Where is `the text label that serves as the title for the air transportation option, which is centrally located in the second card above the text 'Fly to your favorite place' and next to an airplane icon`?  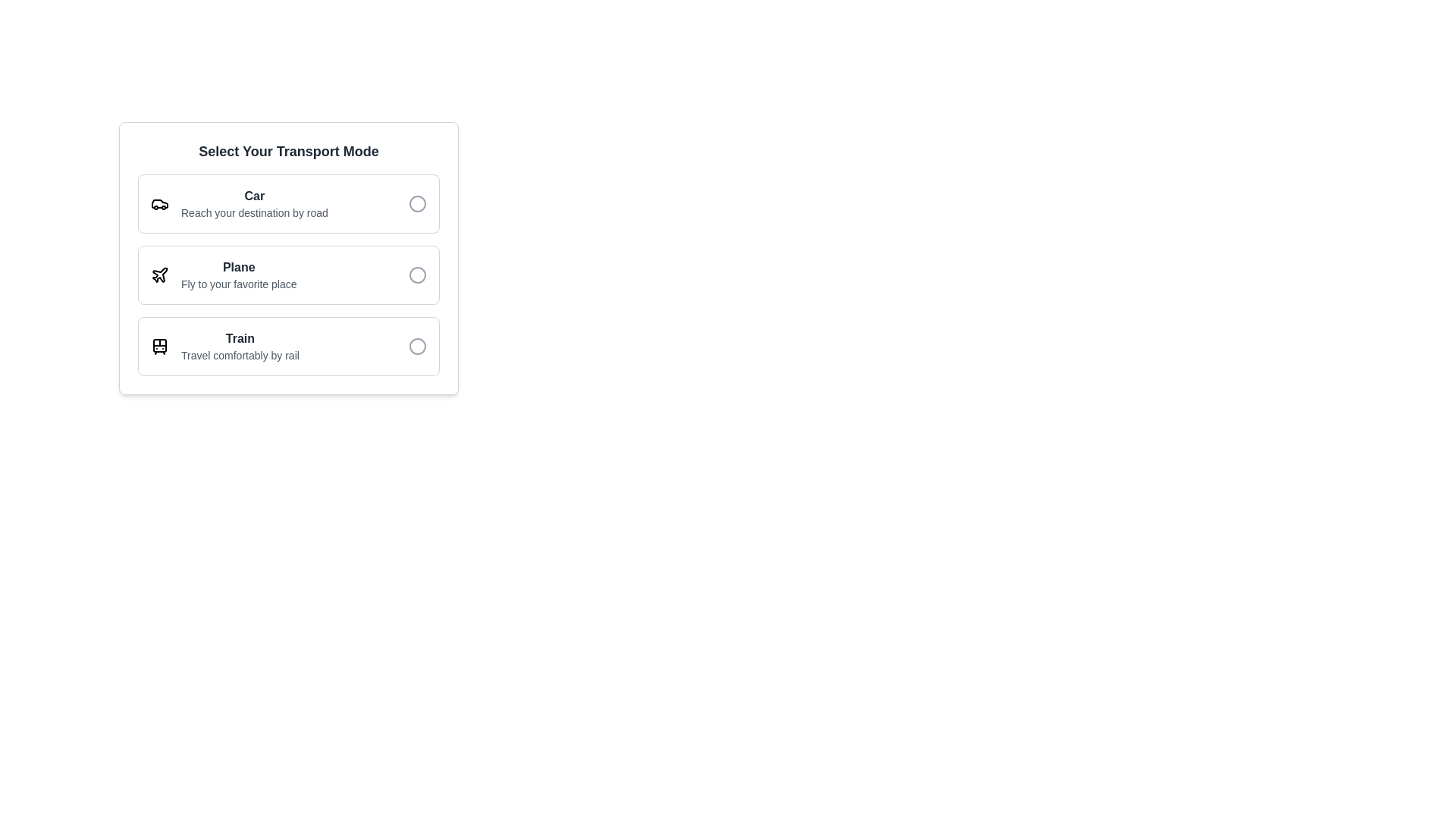
the text label that serves as the title for the air transportation option, which is centrally located in the second card above the text 'Fly to your favorite place' and next to an airplane icon is located at coordinates (238, 267).